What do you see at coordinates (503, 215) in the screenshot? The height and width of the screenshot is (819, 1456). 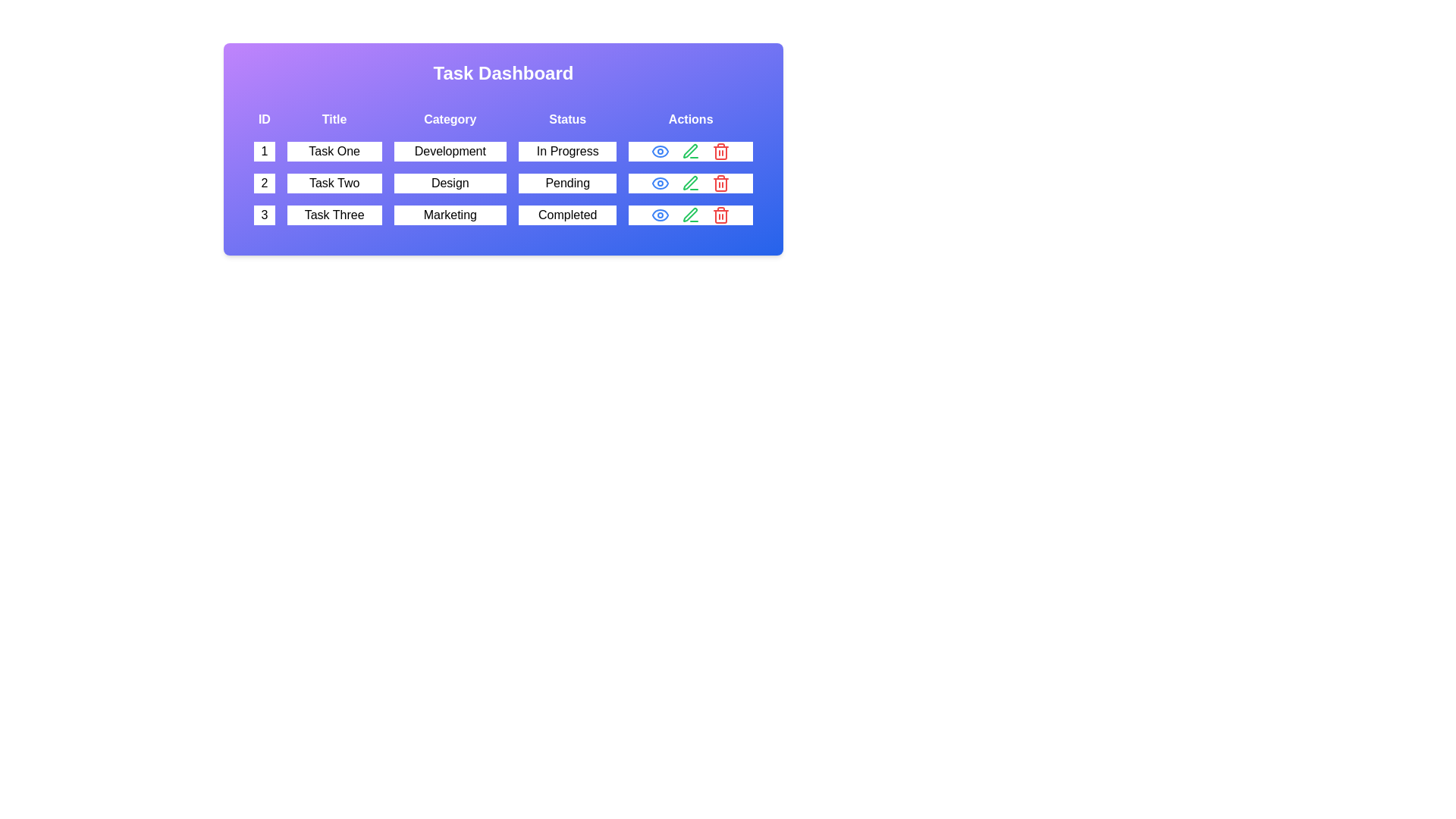 I see `the row corresponding to 3` at bounding box center [503, 215].